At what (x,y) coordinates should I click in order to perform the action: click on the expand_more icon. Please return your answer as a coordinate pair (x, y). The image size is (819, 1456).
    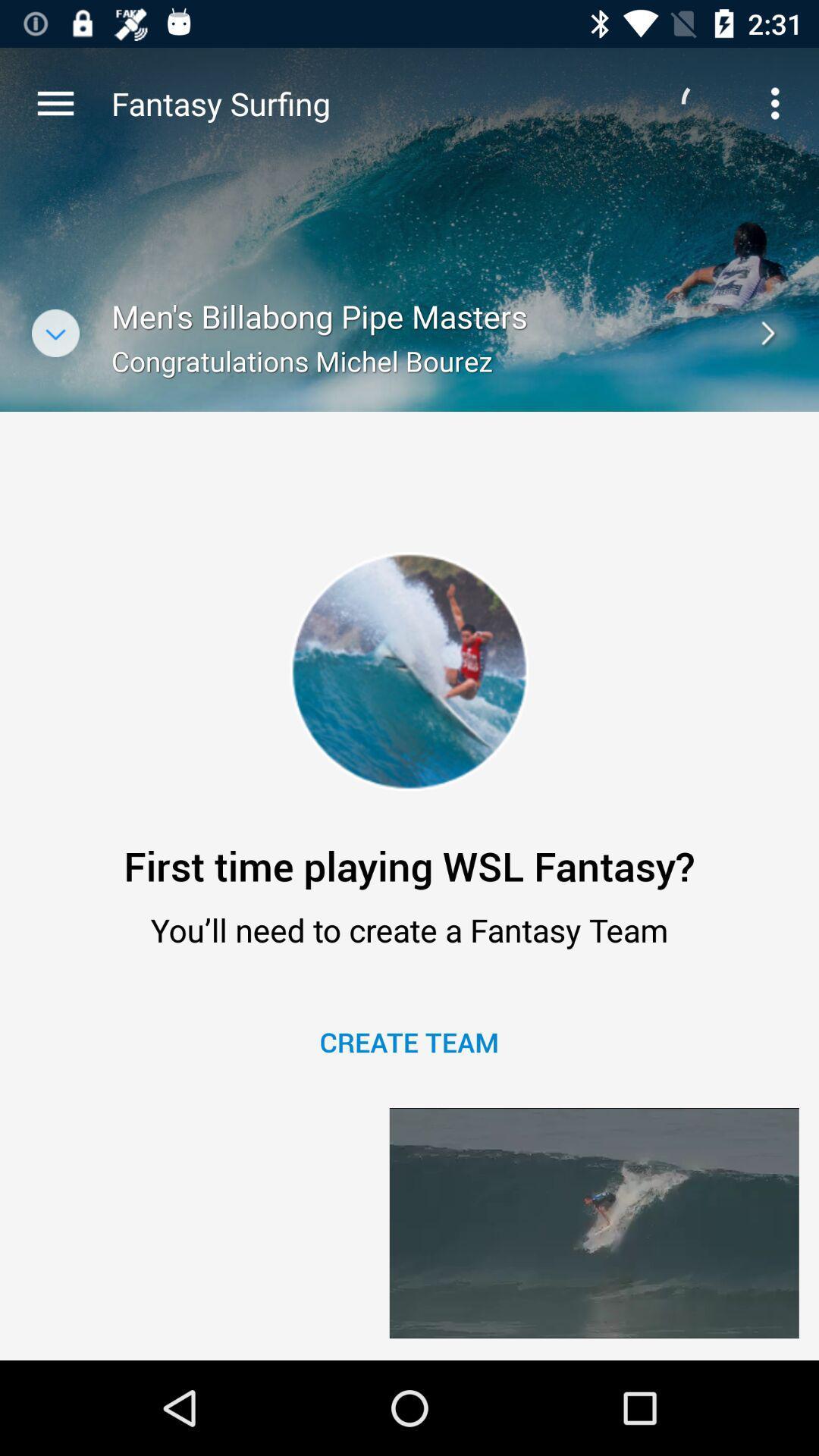
    Looking at the image, I should click on (55, 332).